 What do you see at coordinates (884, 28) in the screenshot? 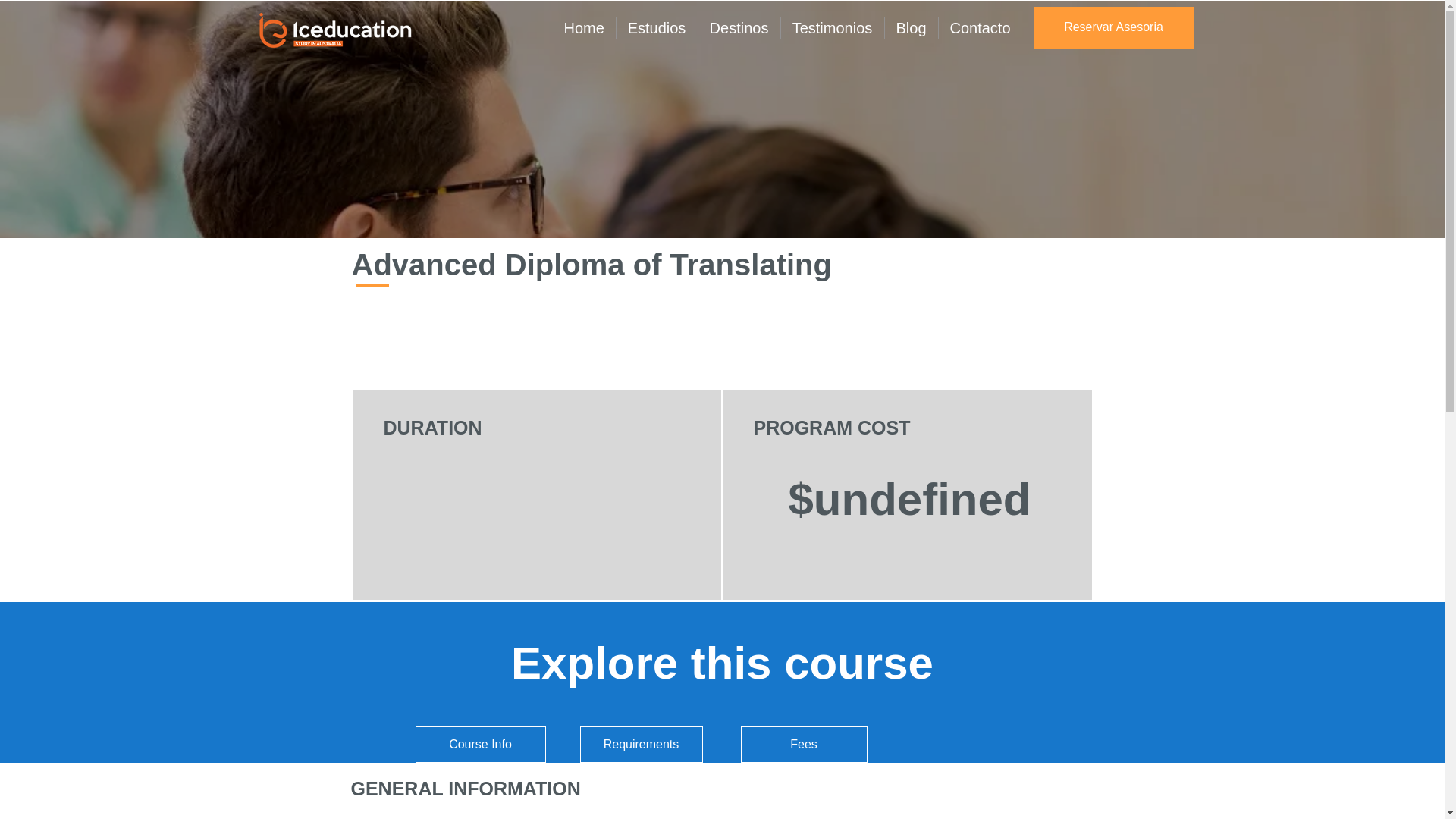
I see `'Blog'` at bounding box center [884, 28].